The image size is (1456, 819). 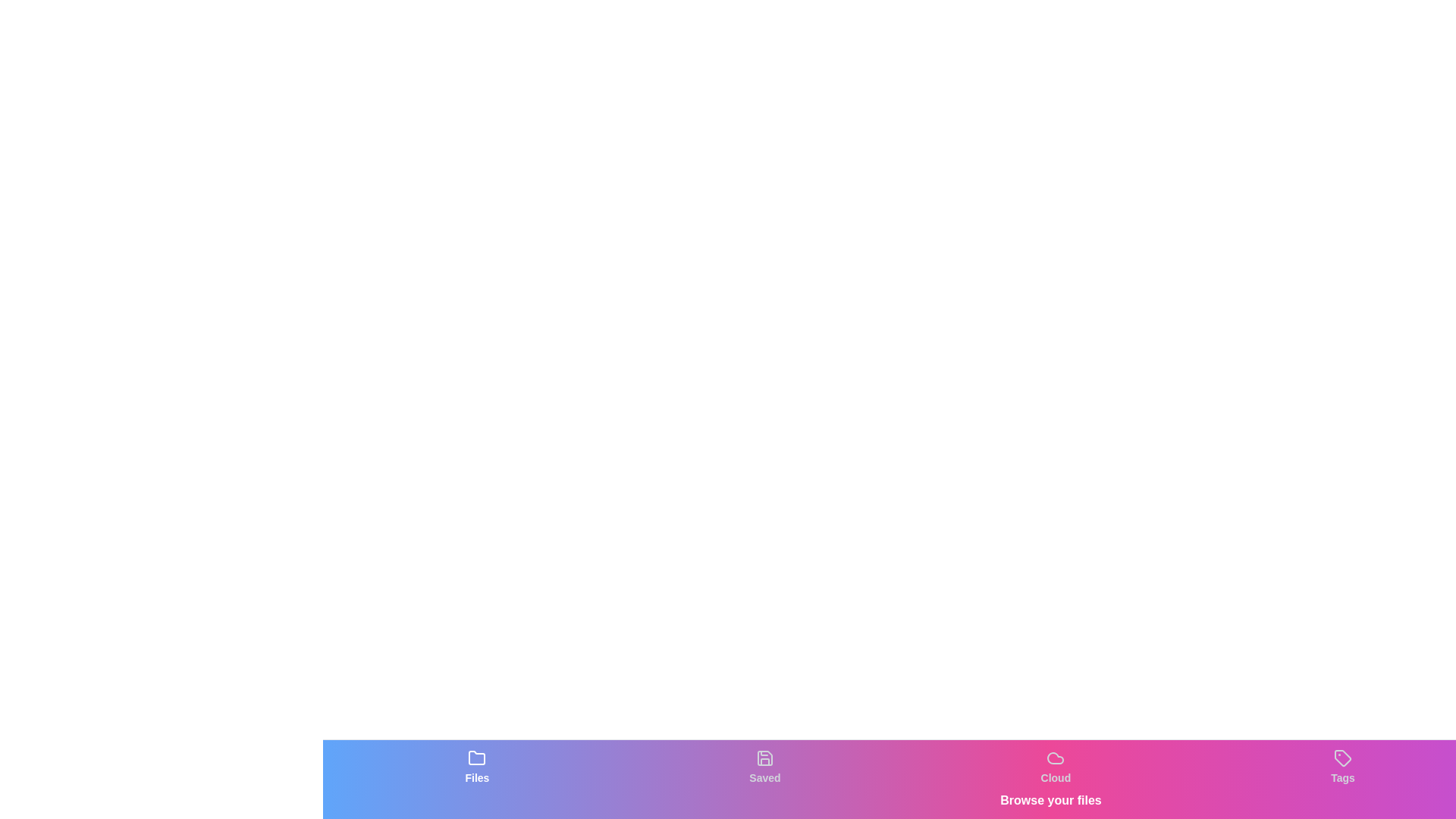 What do you see at coordinates (1343, 767) in the screenshot?
I see `the tab labeled Tags to observe visual feedback` at bounding box center [1343, 767].